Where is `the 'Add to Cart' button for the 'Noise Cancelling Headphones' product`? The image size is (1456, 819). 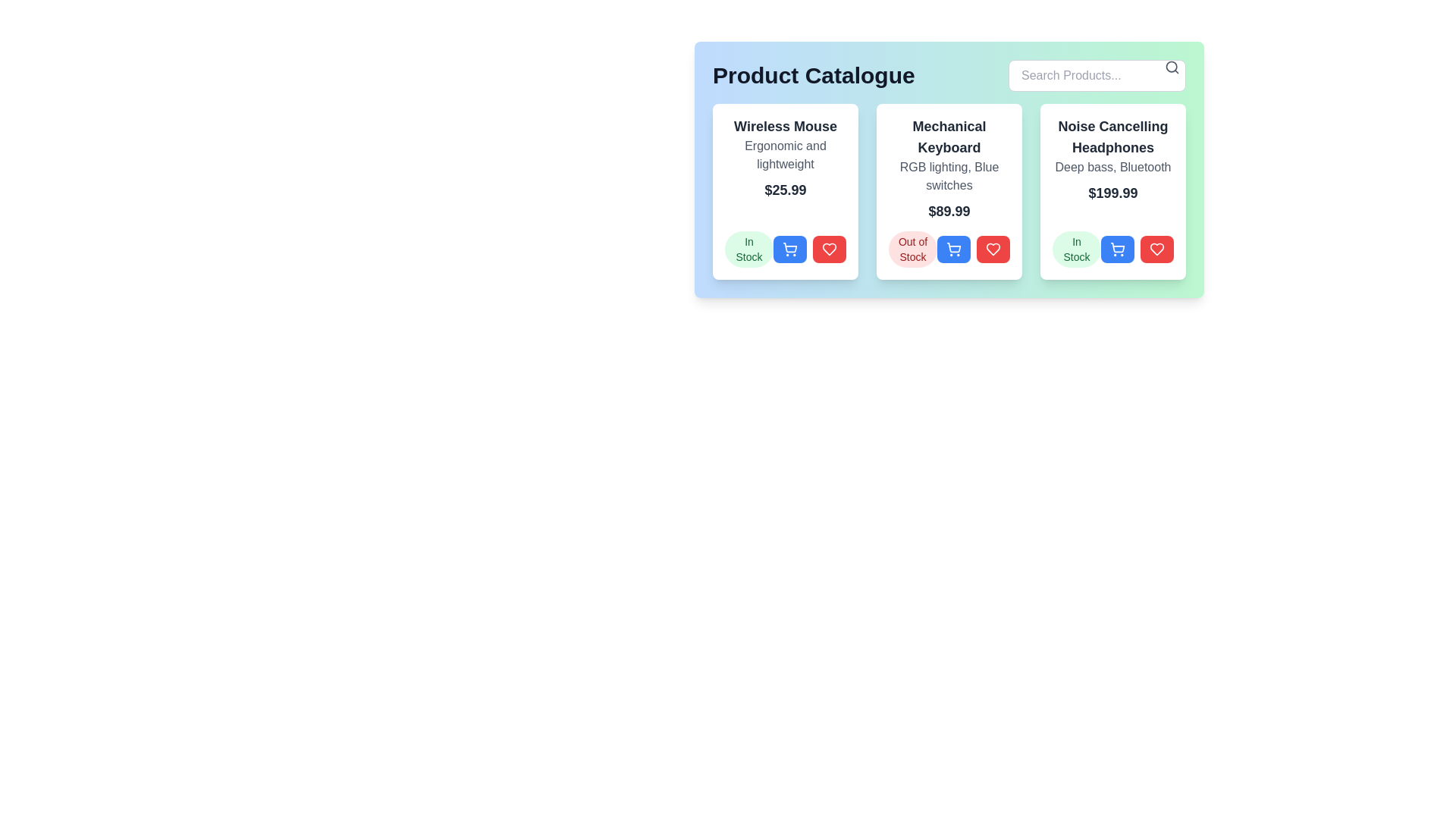 the 'Add to Cart' button for the 'Noise Cancelling Headphones' product is located at coordinates (1117, 248).